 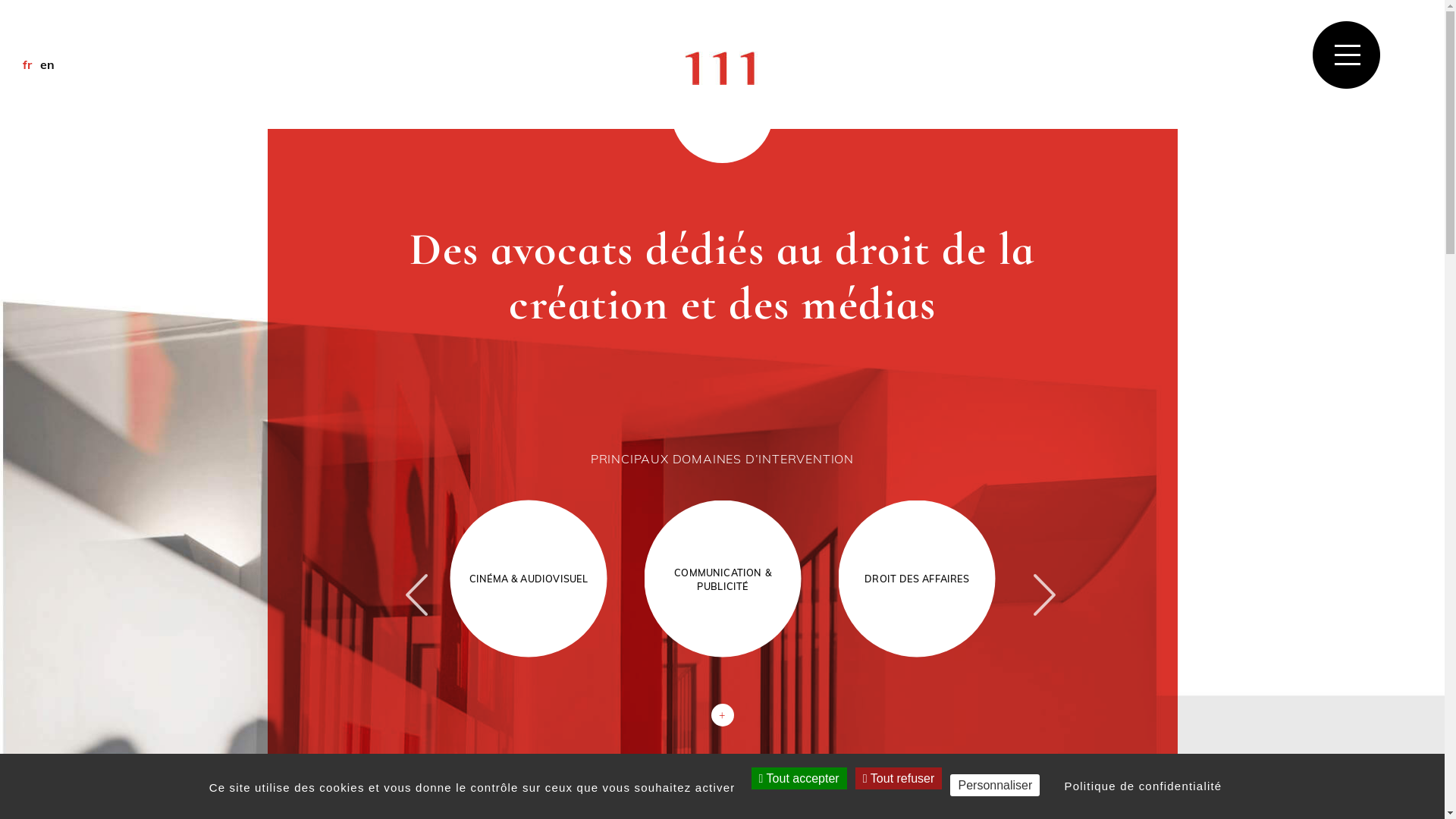 I want to click on 'Tout refuser', so click(x=855, y=778).